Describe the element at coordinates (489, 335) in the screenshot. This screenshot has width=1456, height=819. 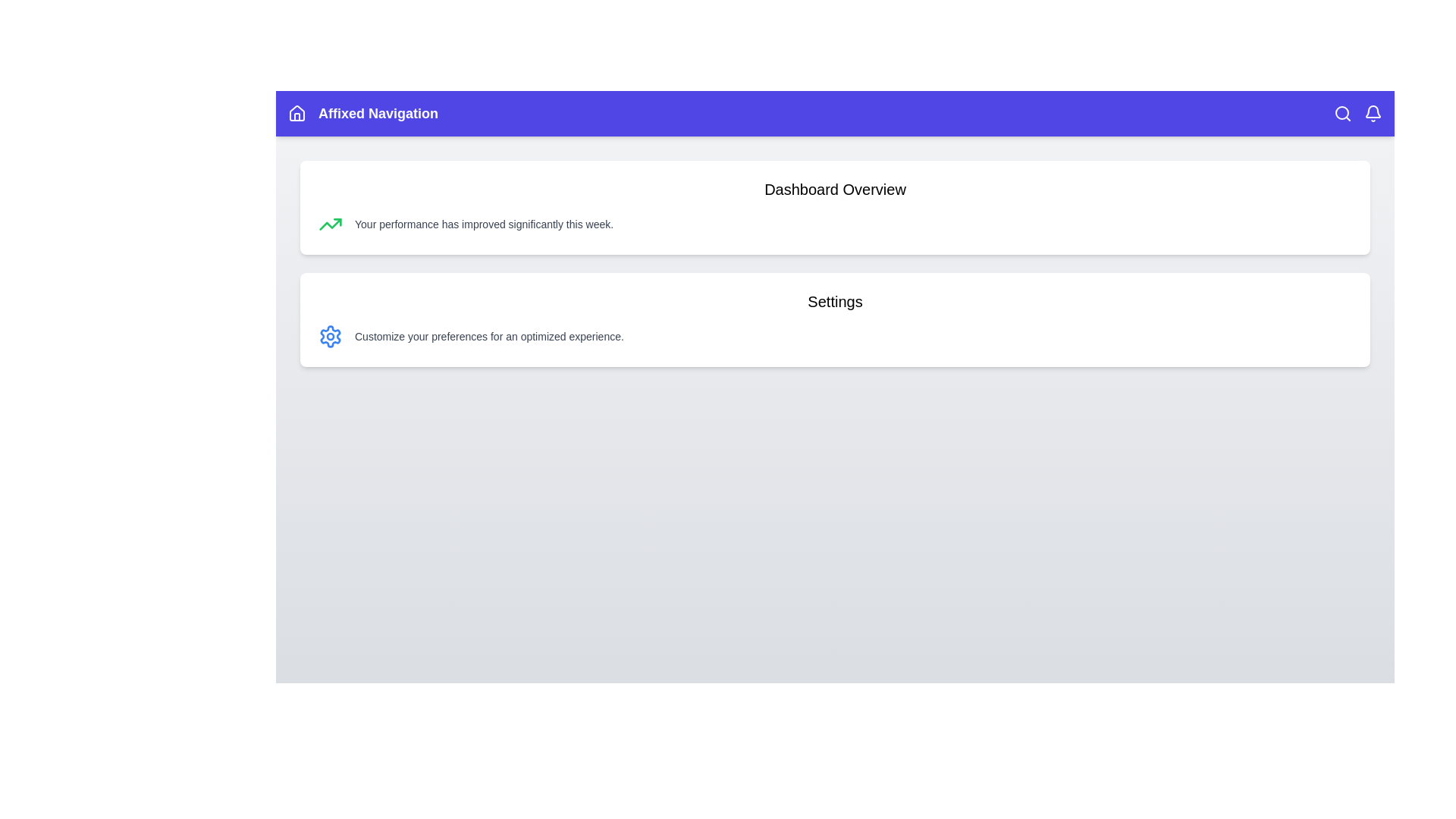
I see `information displayed in the text label stating 'Customize your preferences for an optimized experience.' located next to the gear icon in the Settings section` at that location.